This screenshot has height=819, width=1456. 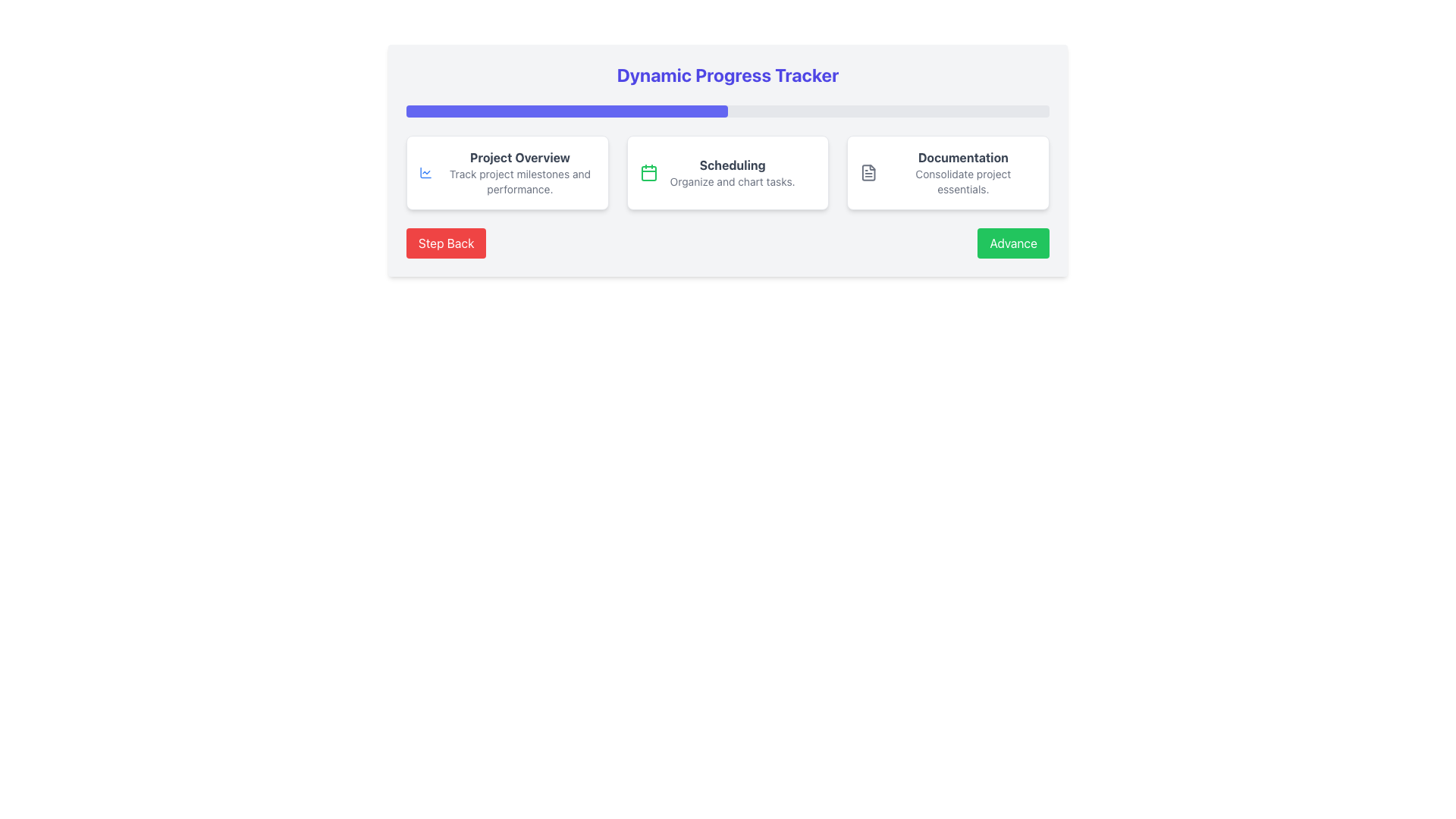 I want to click on the descriptive heading Text component that informs users about the section's content related to organizing and charting tasks, to focus on the section, so click(x=733, y=165).